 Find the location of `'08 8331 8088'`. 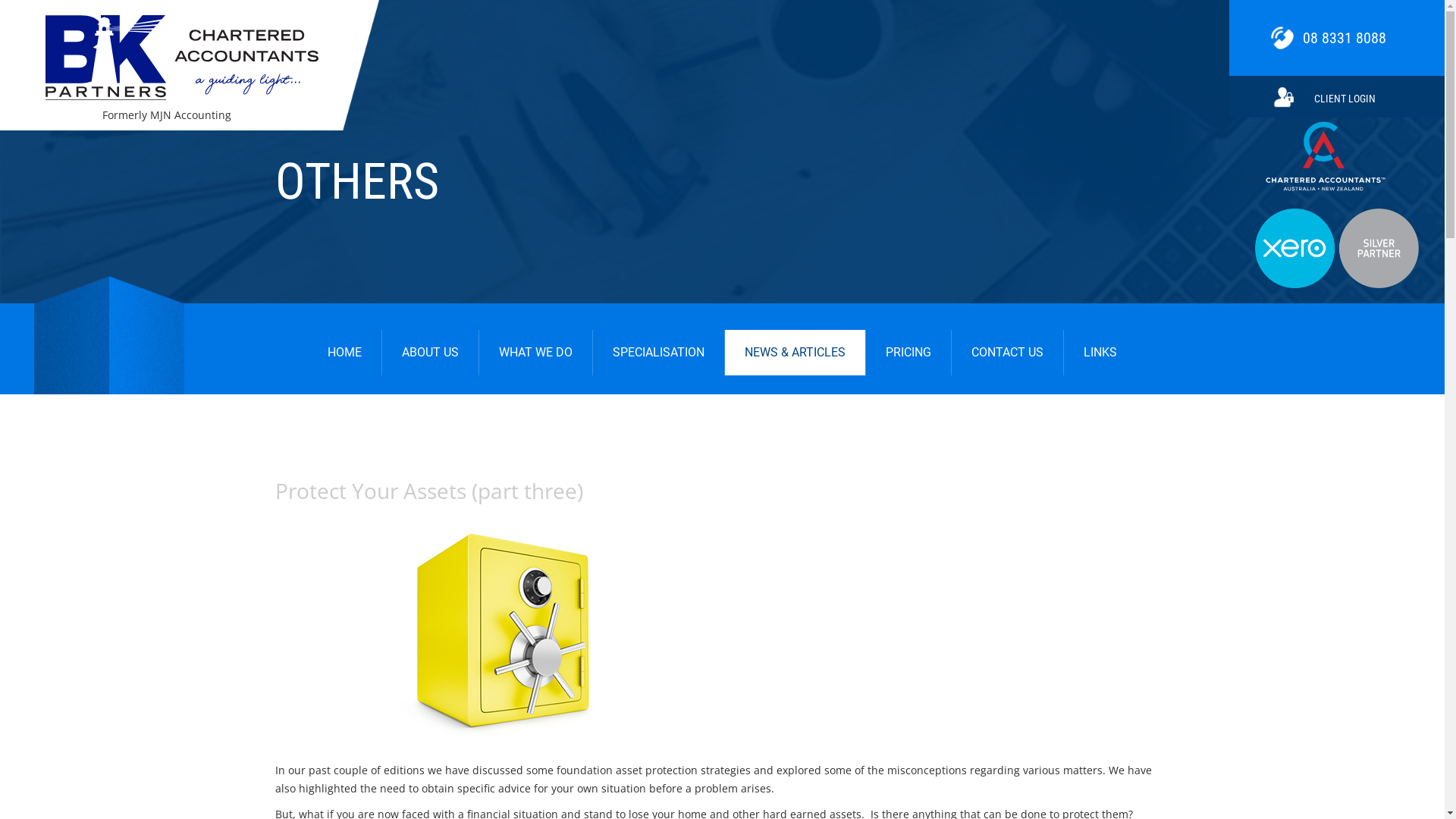

'08 8331 8088' is located at coordinates (1336, 37).